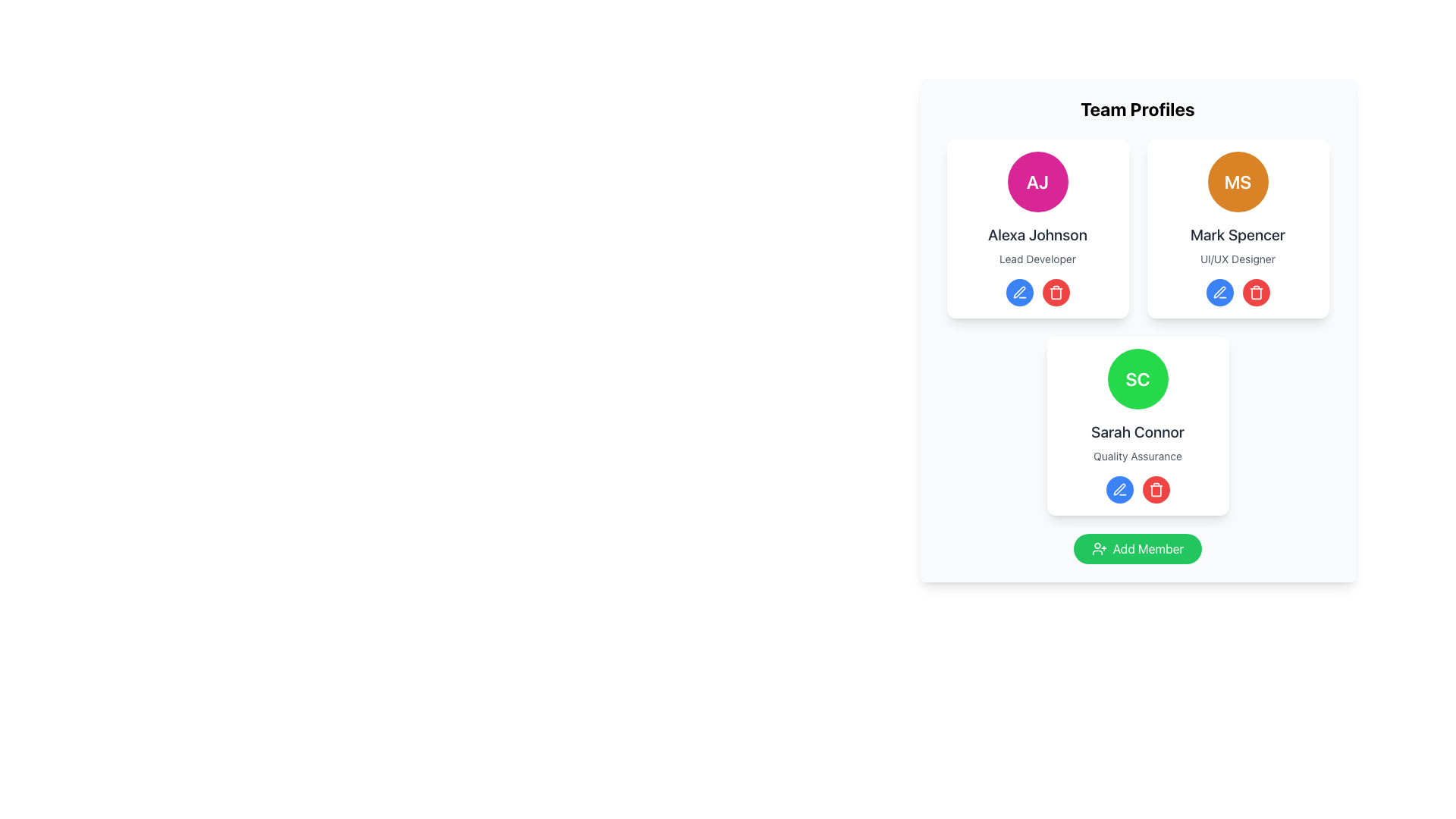  I want to click on the text label displaying 'Mark Spencer', which is positioned below the orange circular avatar with initials 'MS' in the right-side card among the three displayed cards, so click(1238, 234).